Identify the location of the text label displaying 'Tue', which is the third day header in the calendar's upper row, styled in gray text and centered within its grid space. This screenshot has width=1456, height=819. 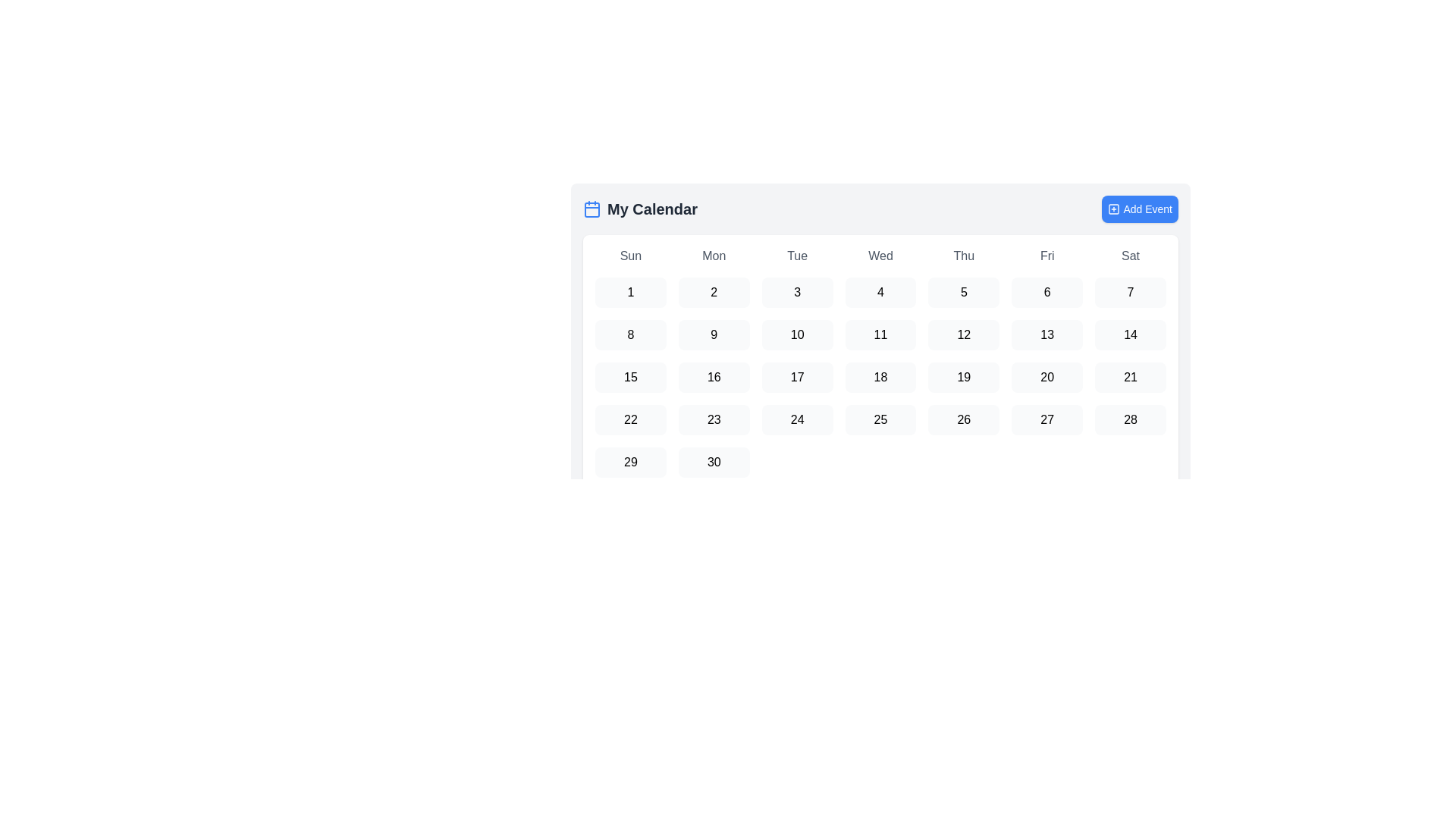
(796, 256).